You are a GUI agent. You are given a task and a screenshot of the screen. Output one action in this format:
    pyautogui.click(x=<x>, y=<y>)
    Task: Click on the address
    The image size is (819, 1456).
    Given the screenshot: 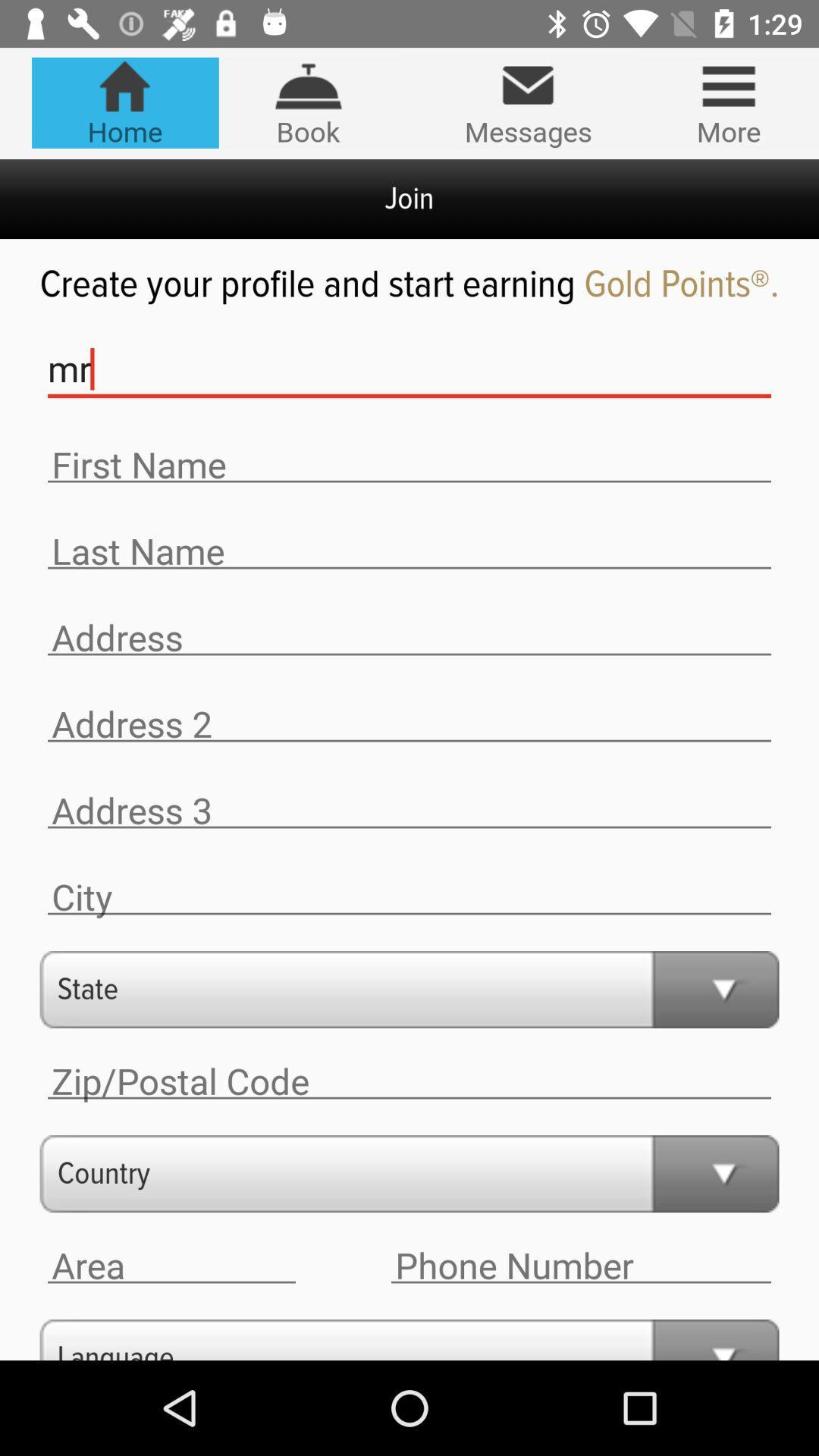 What is the action you would take?
    pyautogui.click(x=409, y=810)
    